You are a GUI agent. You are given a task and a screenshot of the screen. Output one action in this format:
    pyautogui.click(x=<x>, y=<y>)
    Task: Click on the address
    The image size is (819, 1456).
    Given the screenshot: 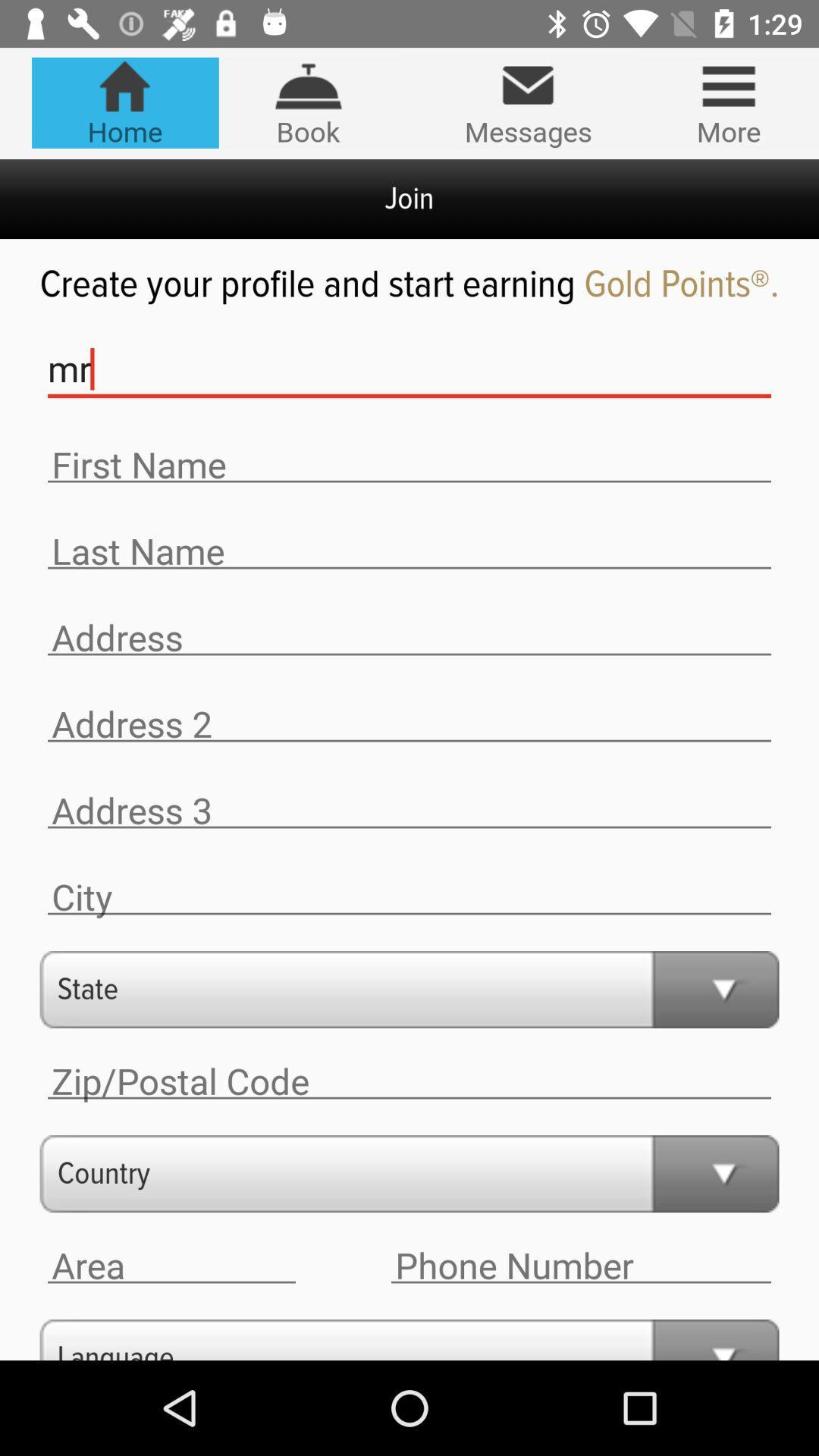 What is the action you would take?
    pyautogui.click(x=409, y=810)
    